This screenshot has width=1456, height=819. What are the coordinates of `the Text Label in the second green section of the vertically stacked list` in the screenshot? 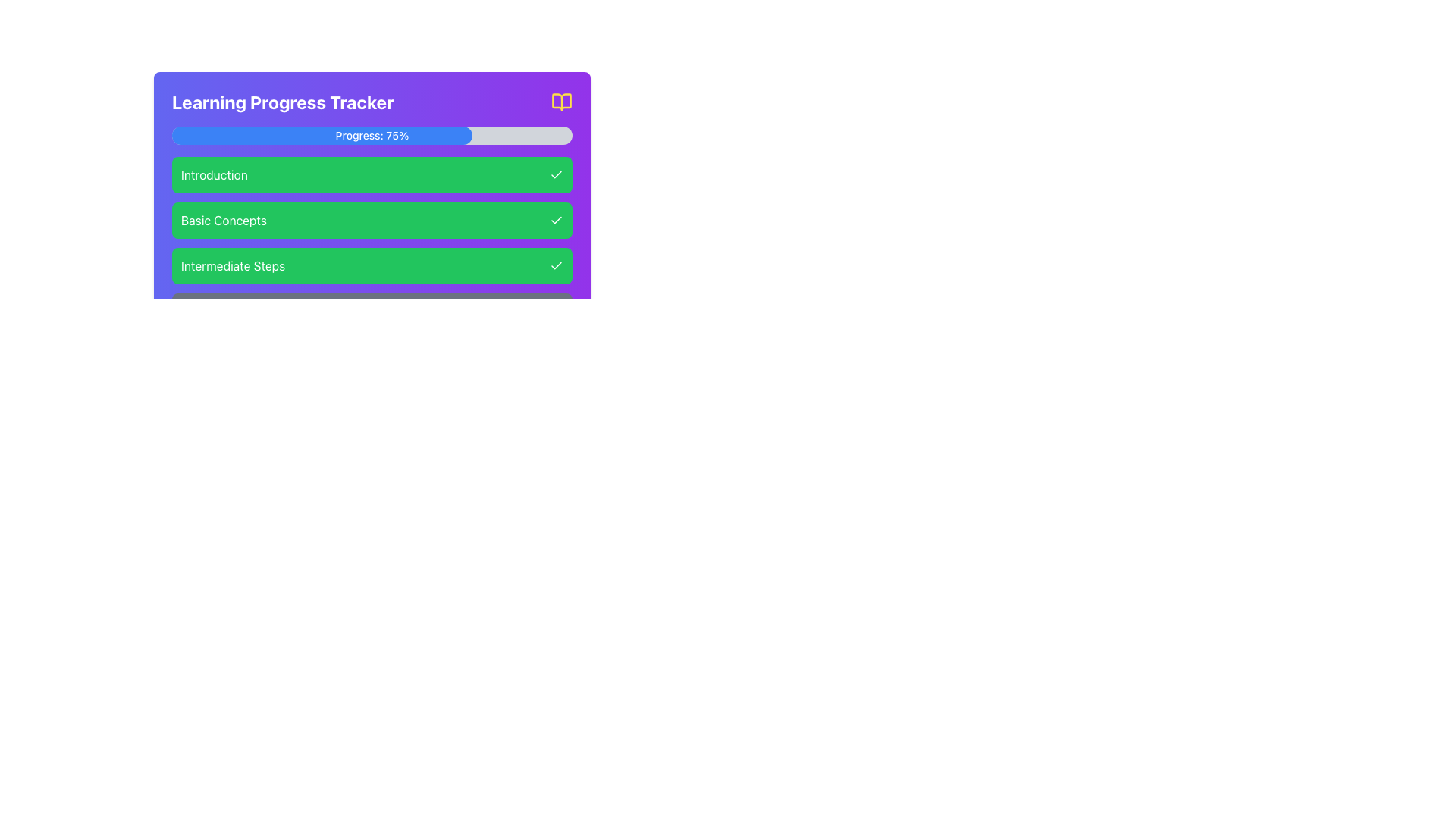 It's located at (223, 220).